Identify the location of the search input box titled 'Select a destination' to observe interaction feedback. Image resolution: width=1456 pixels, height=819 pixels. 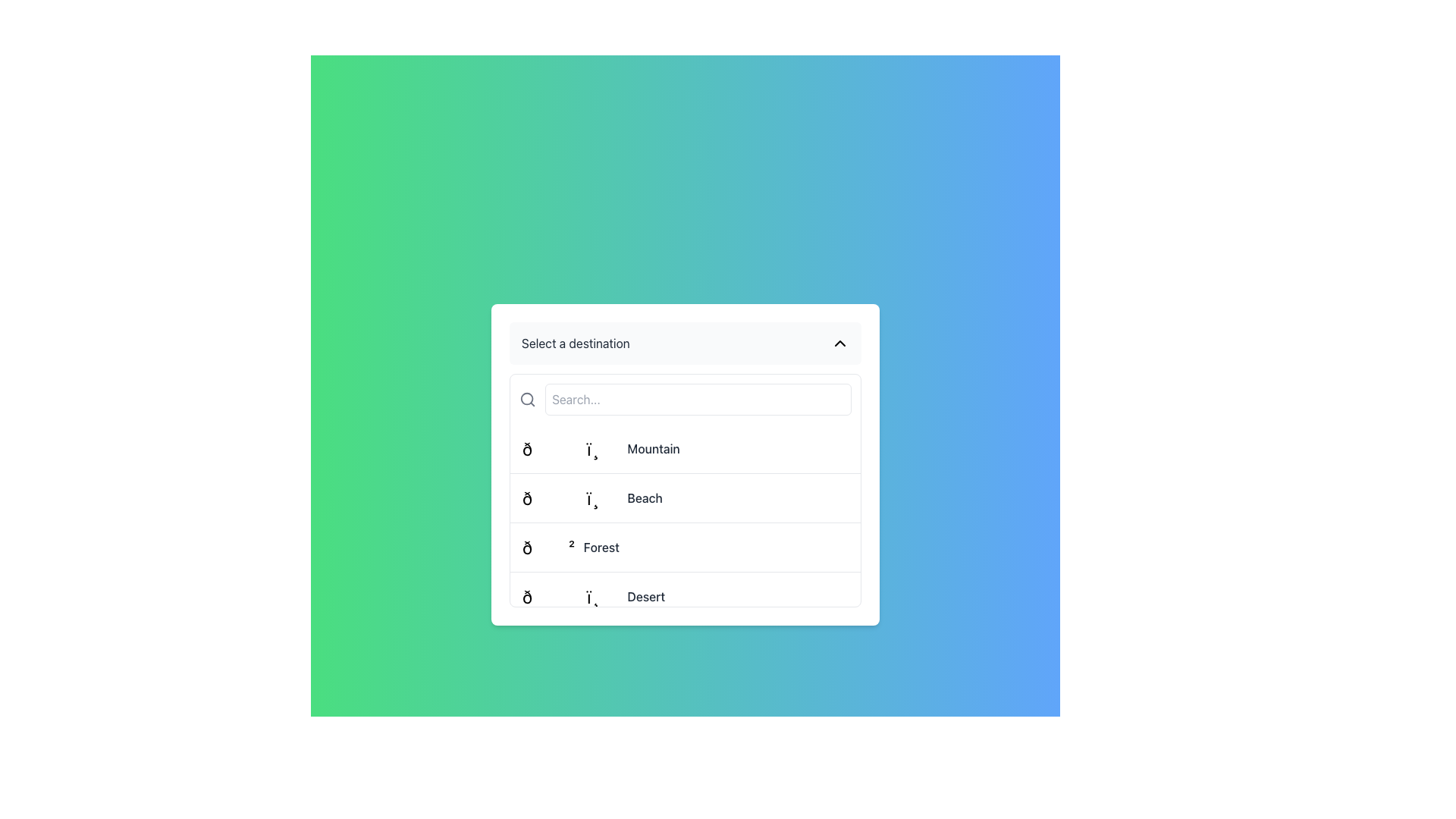
(684, 399).